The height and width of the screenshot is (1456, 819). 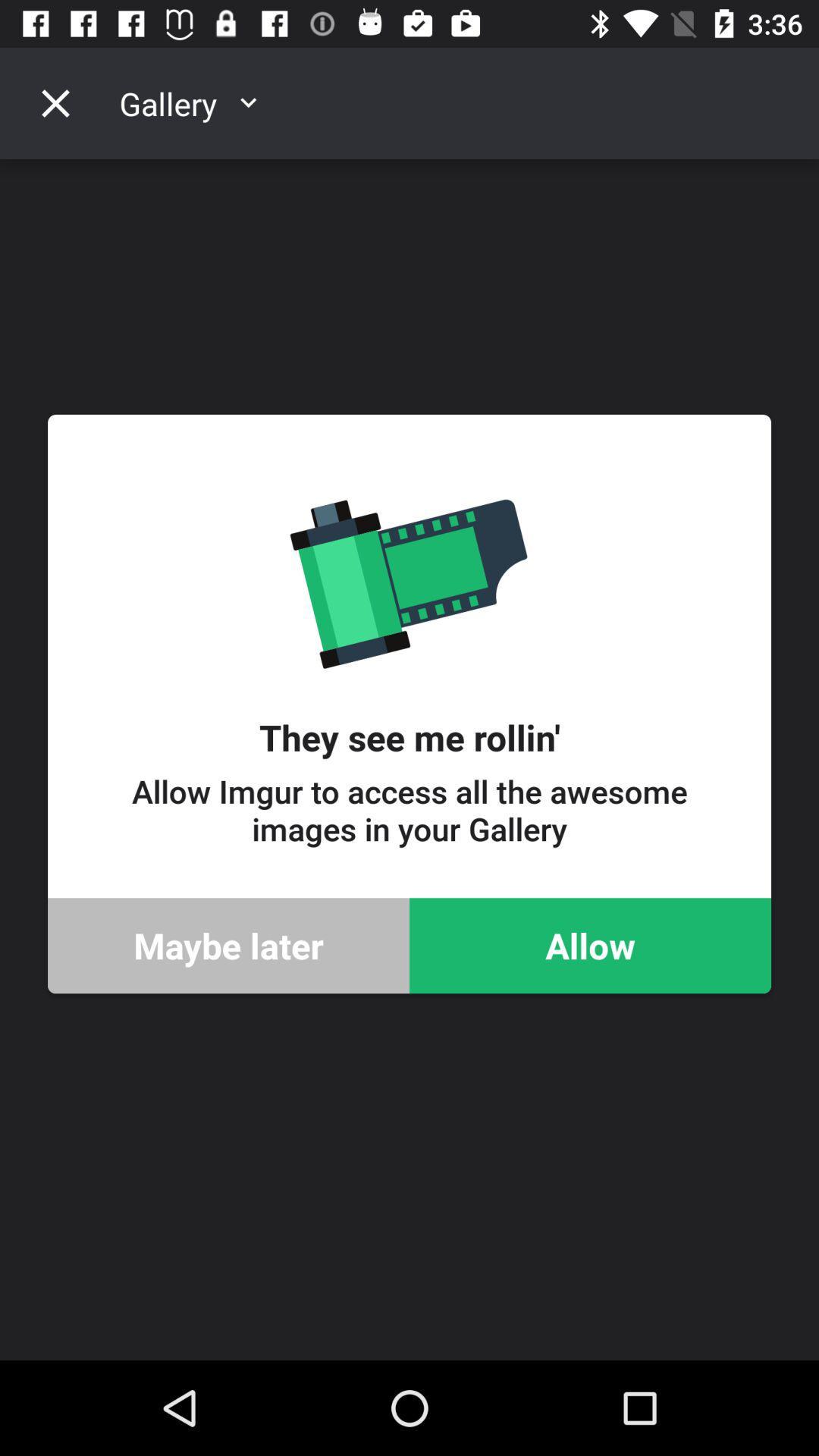 What do you see at coordinates (55, 102) in the screenshot?
I see `the close icon` at bounding box center [55, 102].